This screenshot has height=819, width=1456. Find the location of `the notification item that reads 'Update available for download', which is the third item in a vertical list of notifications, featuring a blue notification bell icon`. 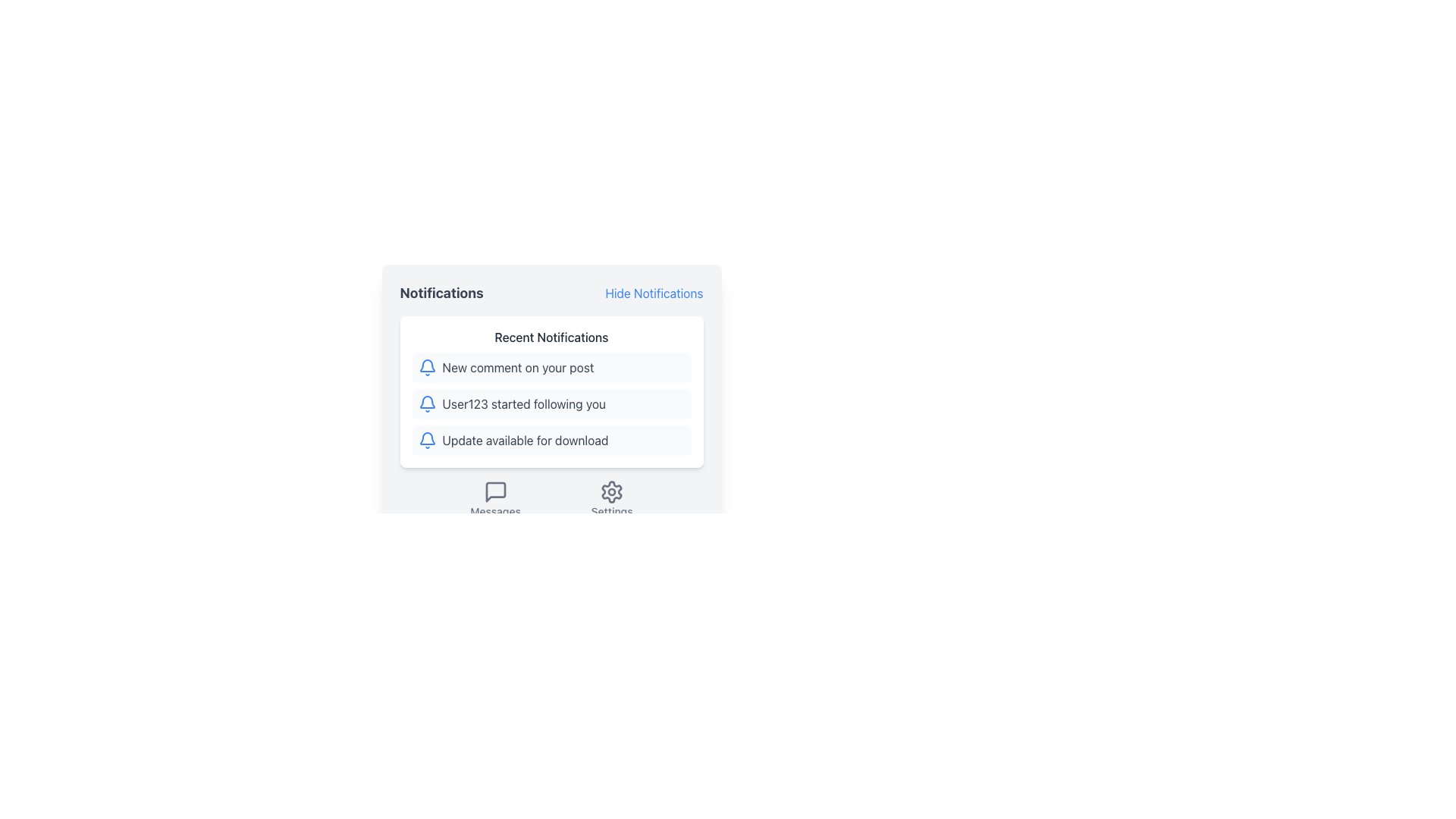

the notification item that reads 'Update available for download', which is the third item in a vertical list of notifications, featuring a blue notification bell icon is located at coordinates (551, 441).